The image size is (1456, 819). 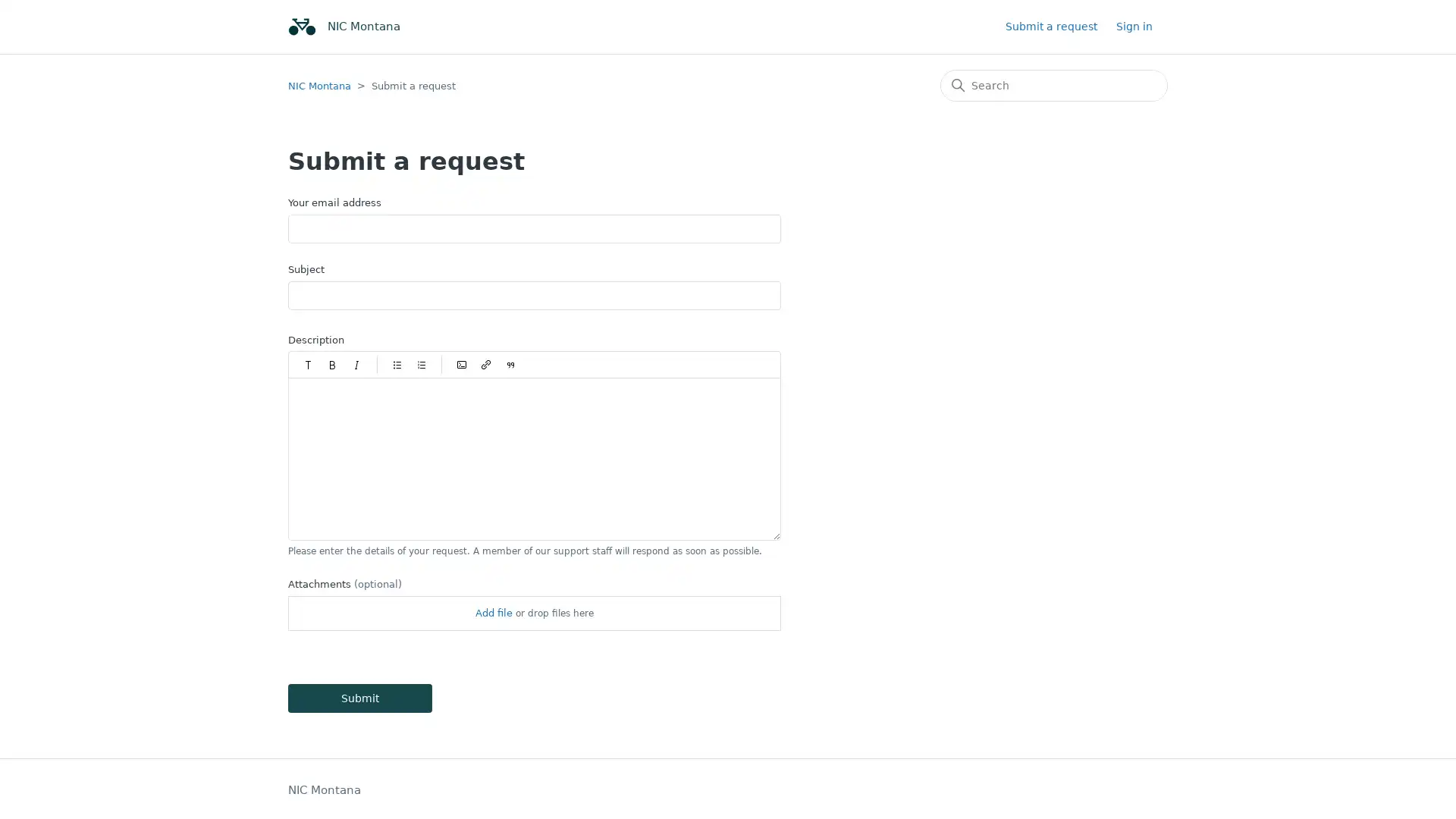 I want to click on Numbered list, so click(x=422, y=365).